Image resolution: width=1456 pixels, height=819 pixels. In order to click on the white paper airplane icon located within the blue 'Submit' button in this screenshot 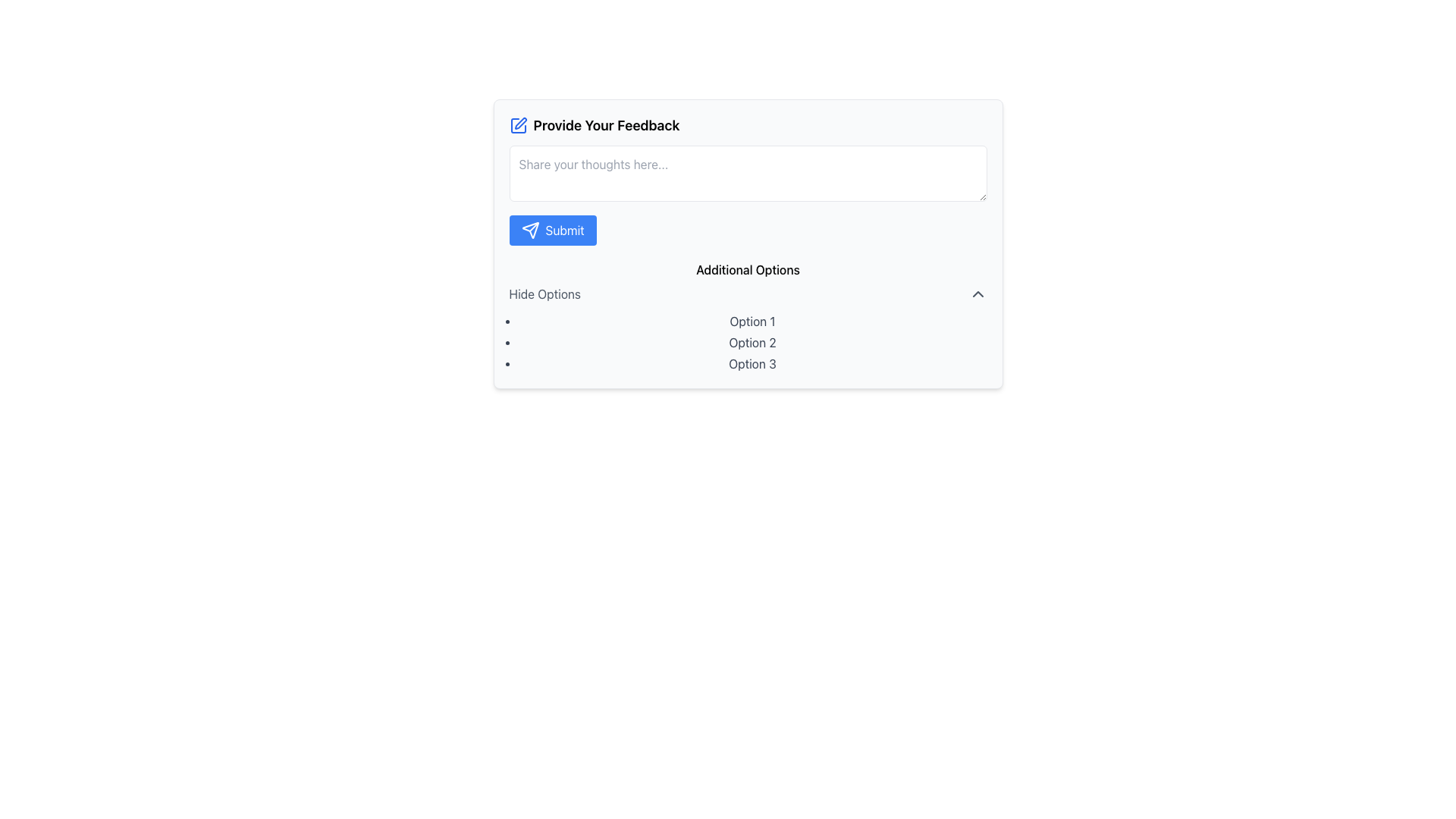, I will do `click(530, 231)`.